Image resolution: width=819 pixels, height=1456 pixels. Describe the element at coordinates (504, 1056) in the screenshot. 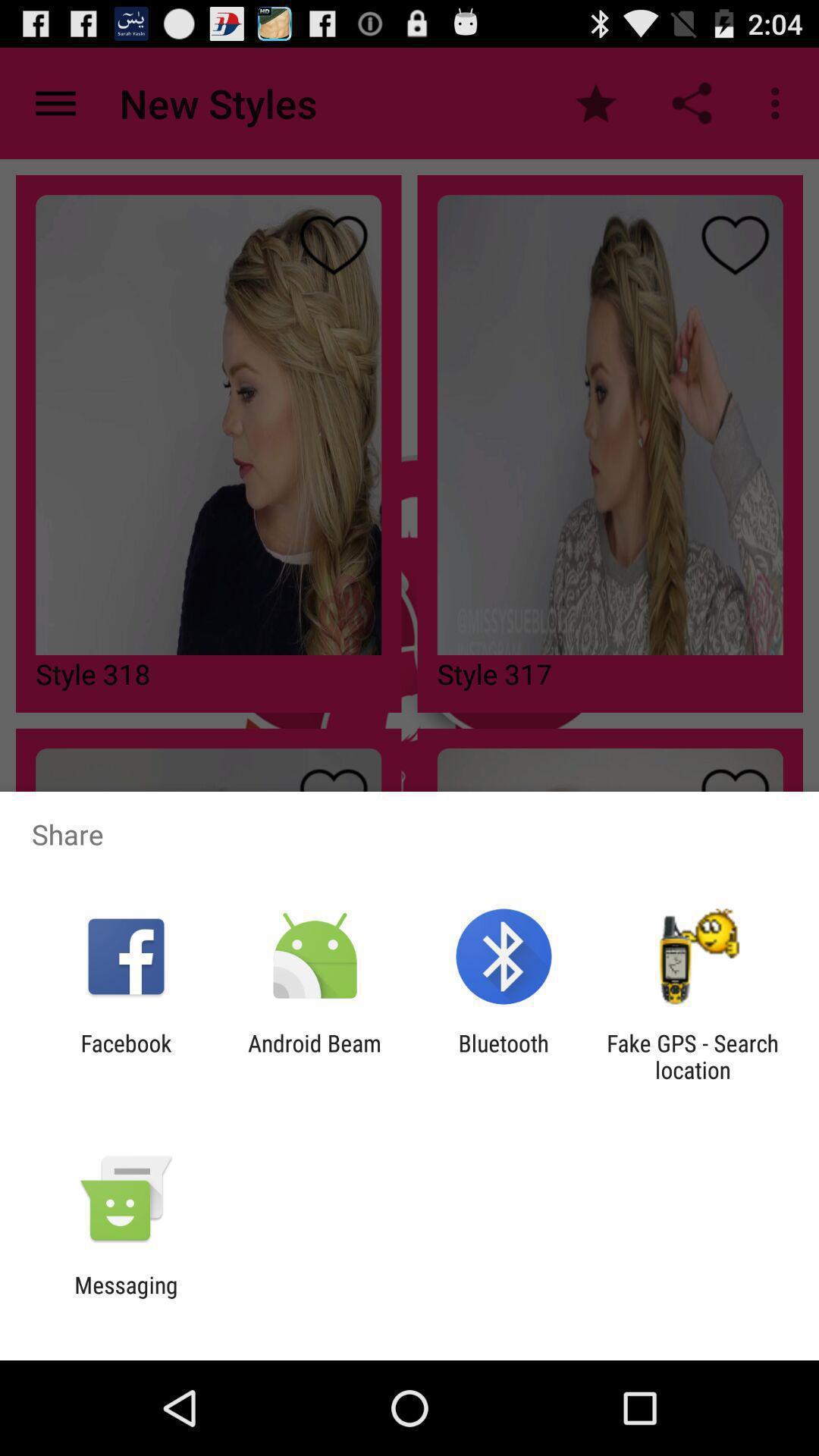

I see `item next to fake gps search` at that location.